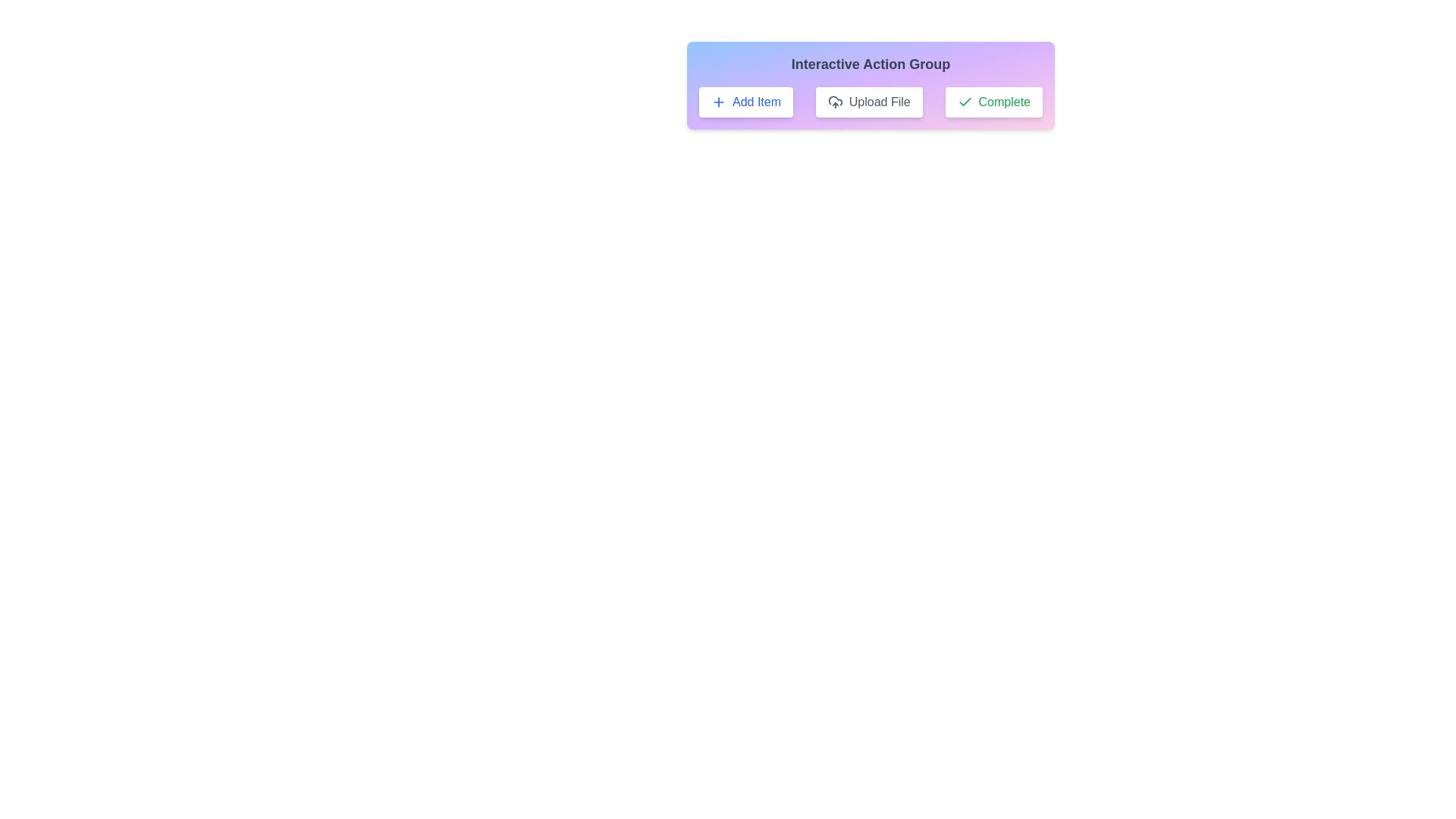 Image resolution: width=1456 pixels, height=819 pixels. What do you see at coordinates (834, 102) in the screenshot?
I see `the upload icon located on the left side of the 'Upload File' button within the 'Interactive Action Group'` at bounding box center [834, 102].